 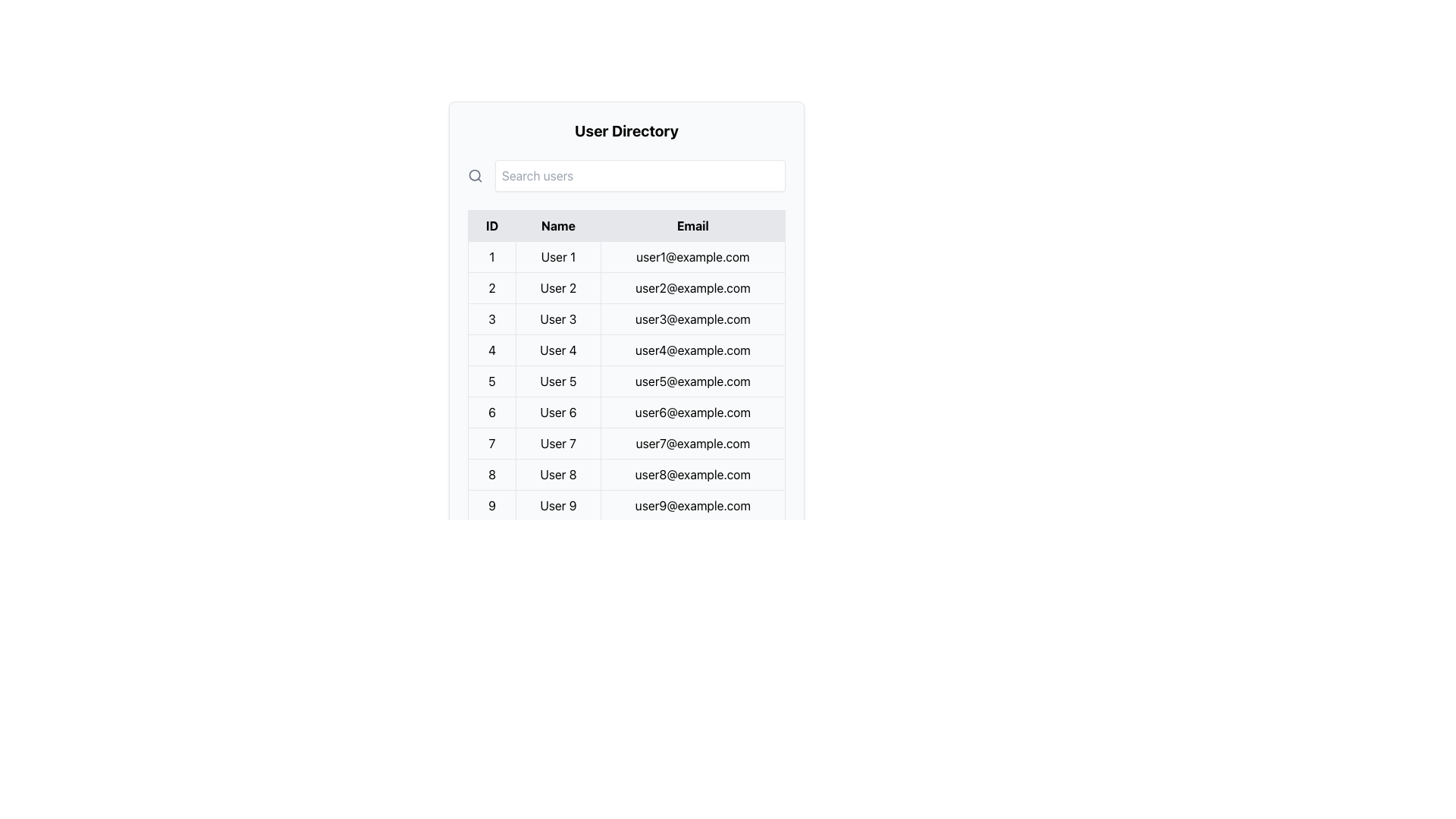 What do you see at coordinates (692, 350) in the screenshot?
I see `the text label displaying the email address 'user4@example.com', which is part of the 'Email' column in the fourth row of the table` at bounding box center [692, 350].